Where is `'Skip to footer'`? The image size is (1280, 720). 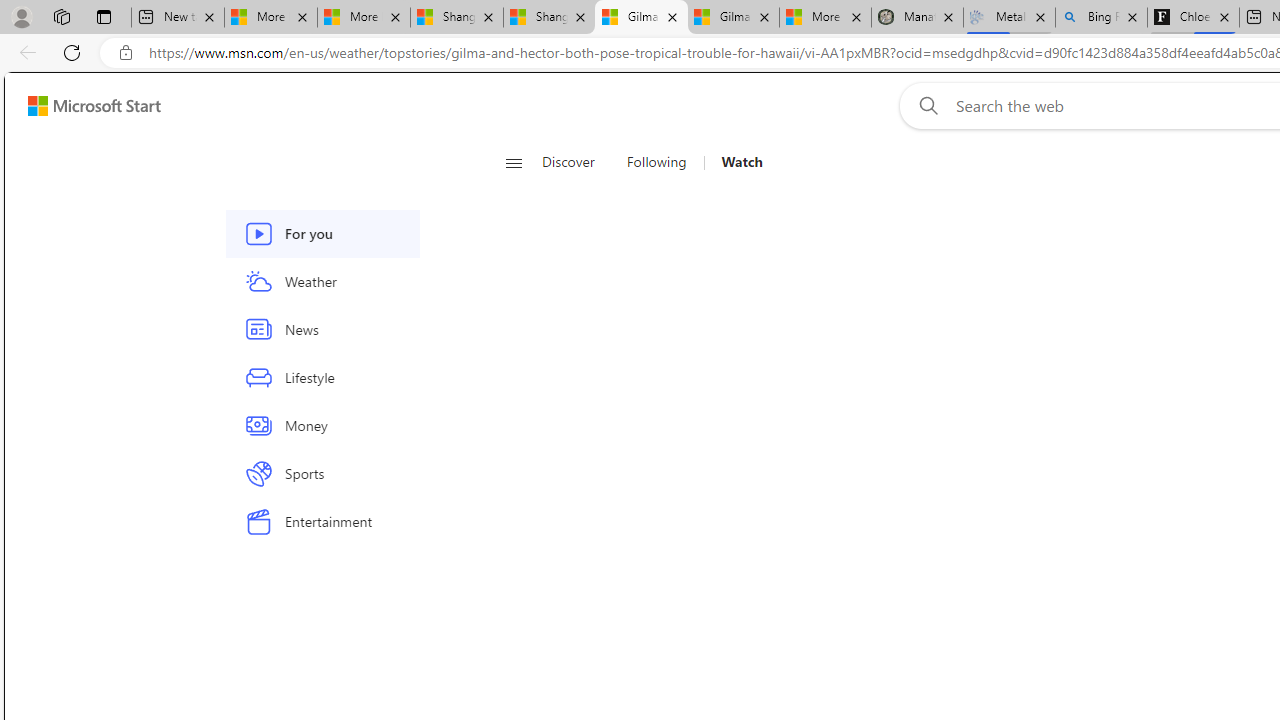 'Skip to footer' is located at coordinates (81, 105).